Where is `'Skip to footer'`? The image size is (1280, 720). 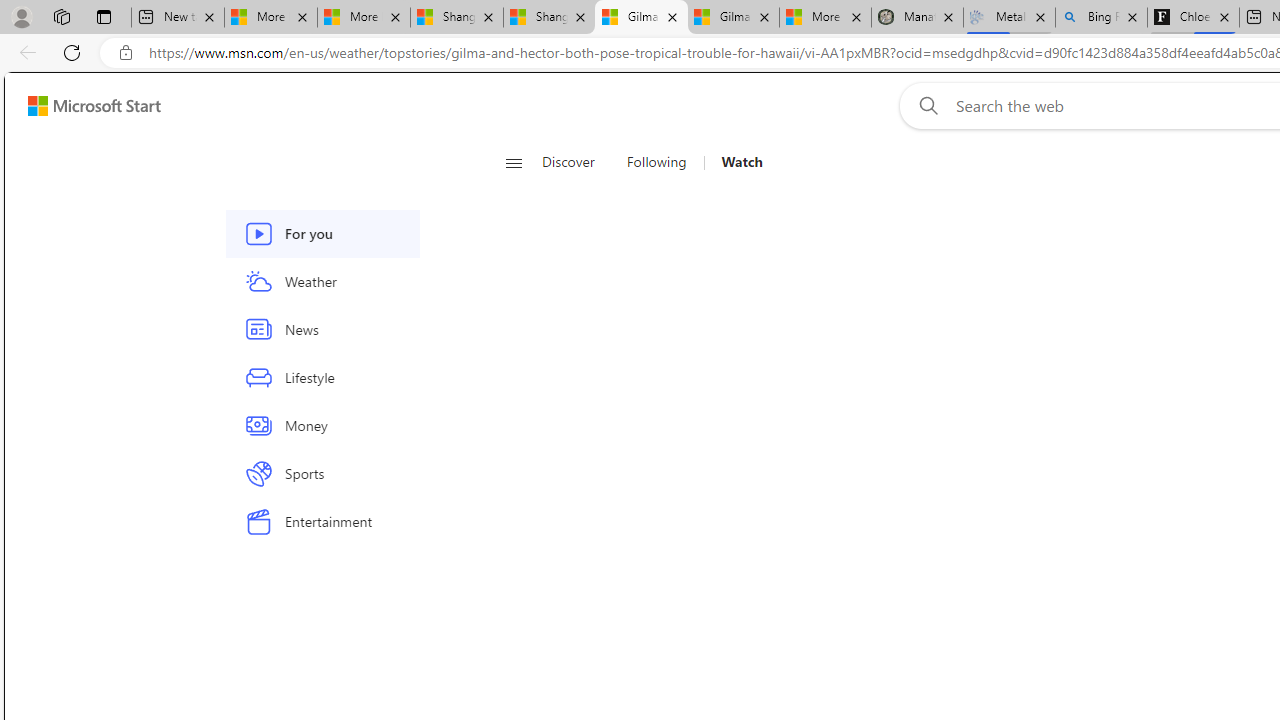 'Skip to footer' is located at coordinates (81, 105).